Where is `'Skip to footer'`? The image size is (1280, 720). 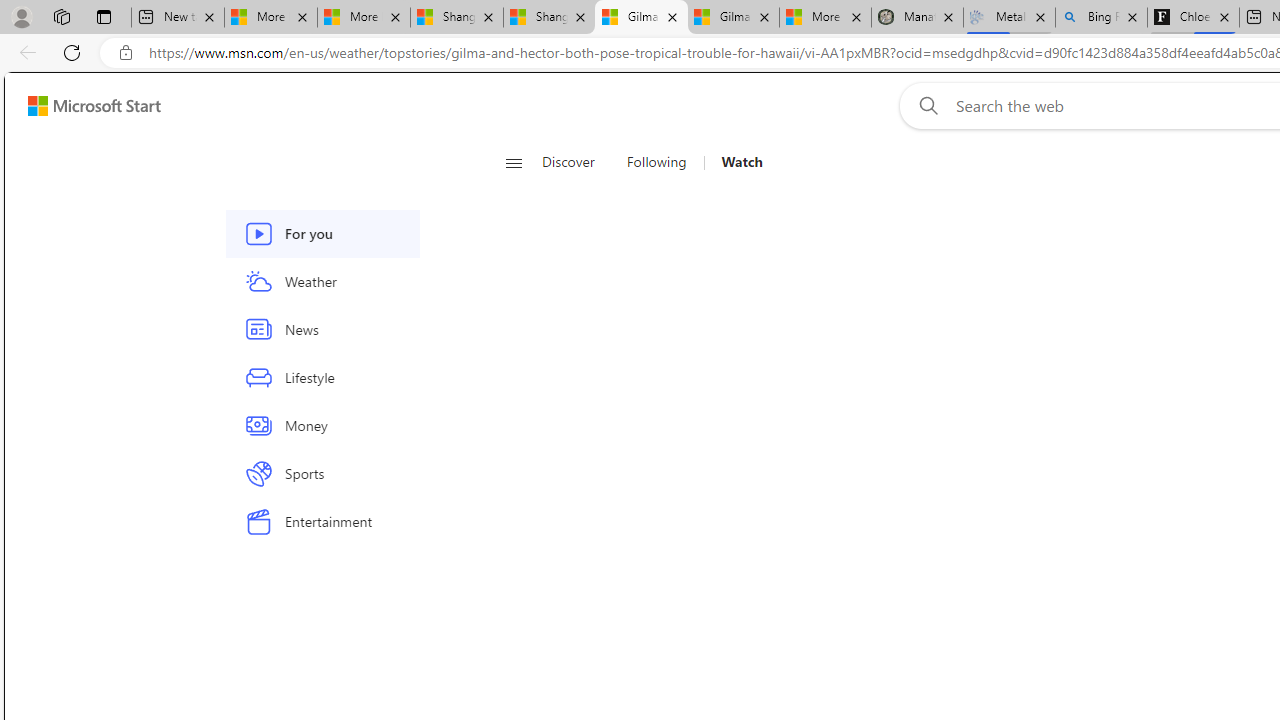 'Skip to footer' is located at coordinates (81, 105).